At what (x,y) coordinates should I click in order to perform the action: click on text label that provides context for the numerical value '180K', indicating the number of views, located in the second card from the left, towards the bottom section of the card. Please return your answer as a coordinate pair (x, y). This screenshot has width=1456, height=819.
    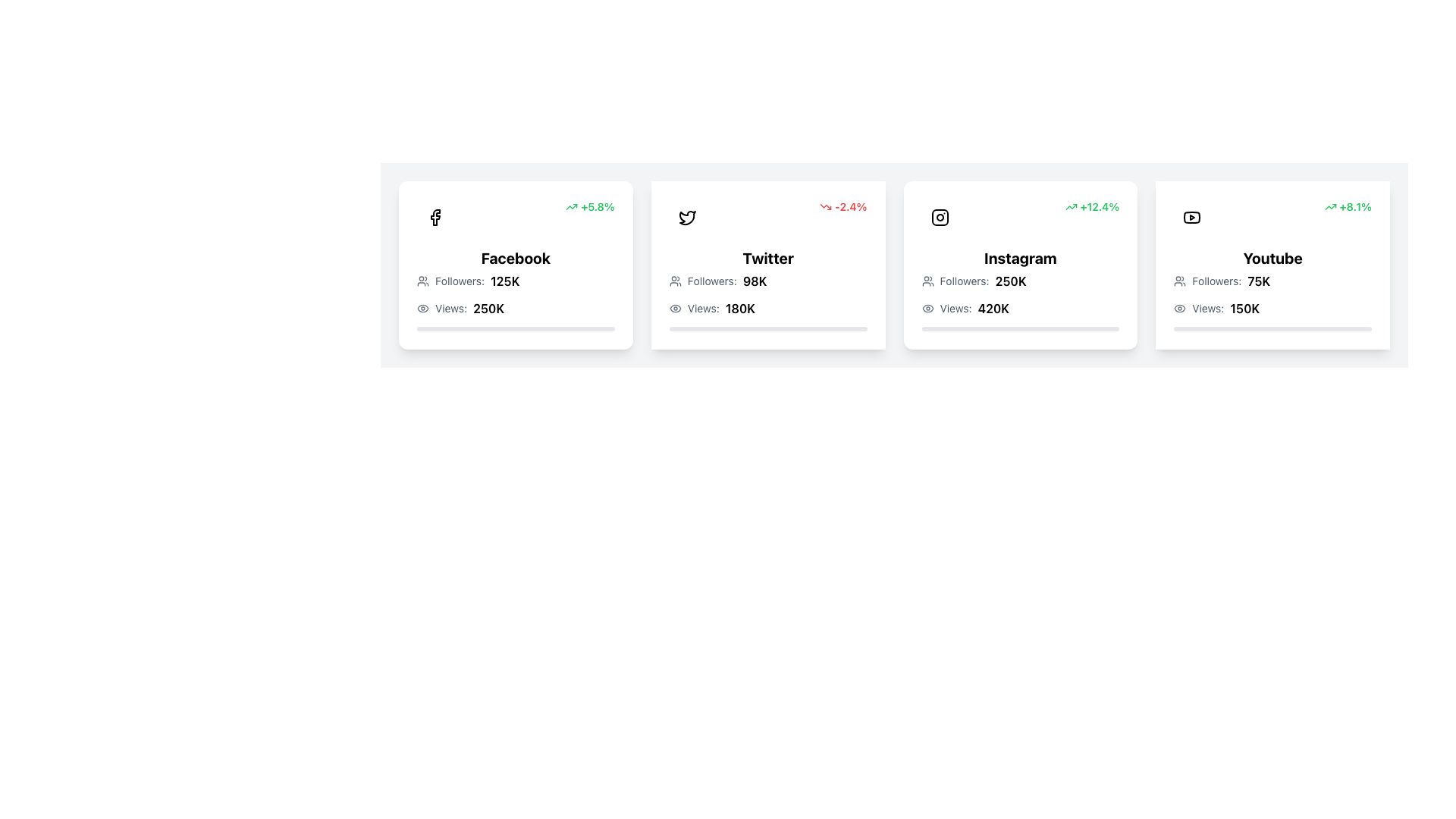
    Looking at the image, I should click on (702, 308).